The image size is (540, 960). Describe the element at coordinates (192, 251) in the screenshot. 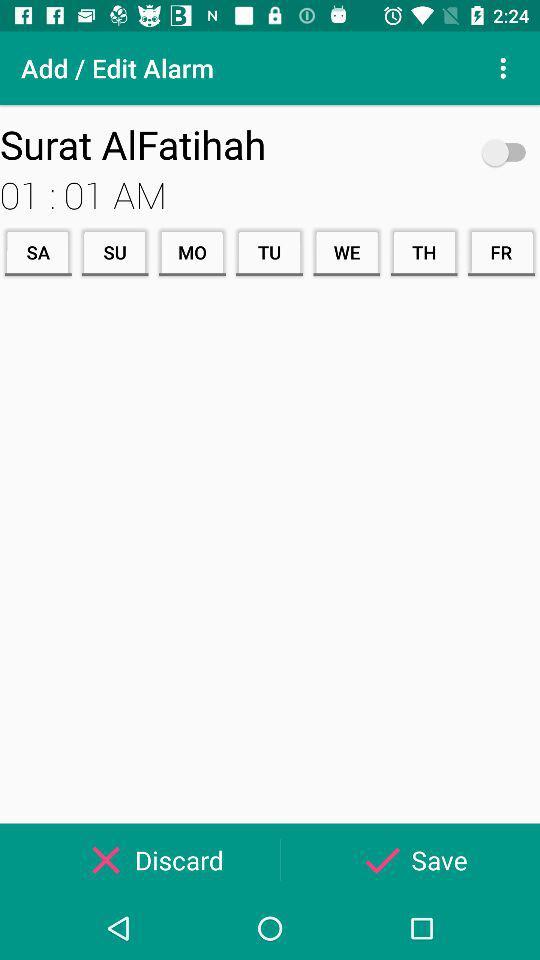

I see `the item next to su icon` at that location.